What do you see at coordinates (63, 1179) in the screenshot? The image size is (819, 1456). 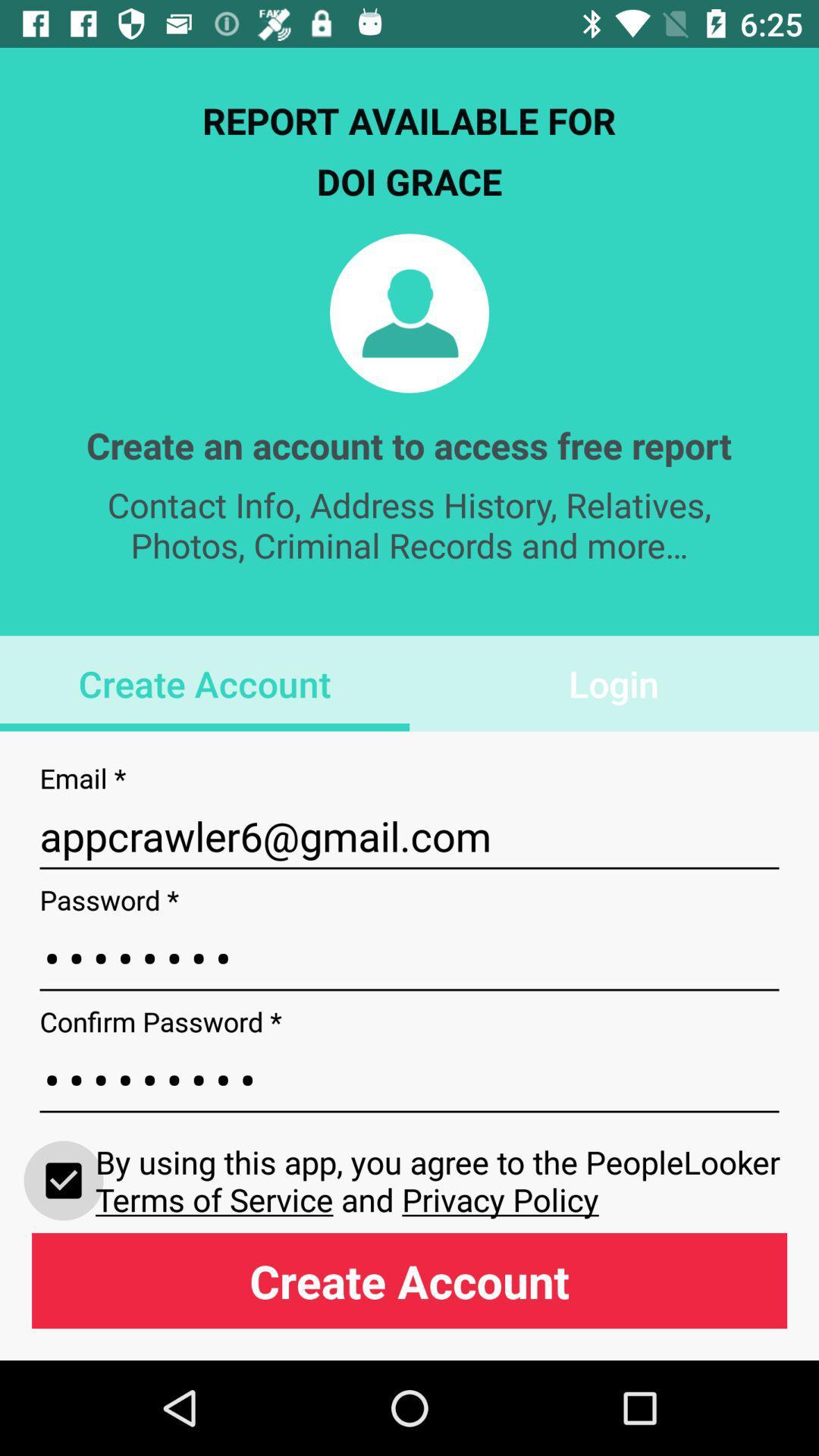 I see `the icon below crowd3116 item` at bounding box center [63, 1179].